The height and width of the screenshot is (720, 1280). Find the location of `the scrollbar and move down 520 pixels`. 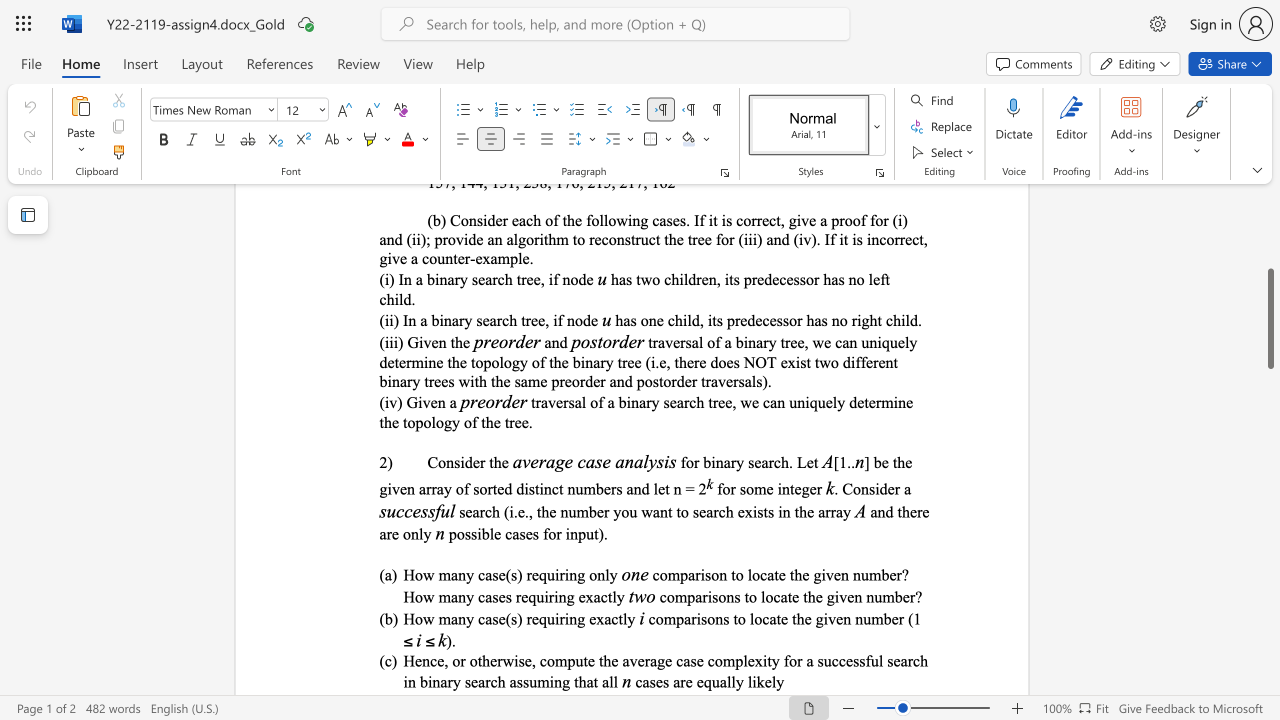

the scrollbar and move down 520 pixels is located at coordinates (1269, 318).